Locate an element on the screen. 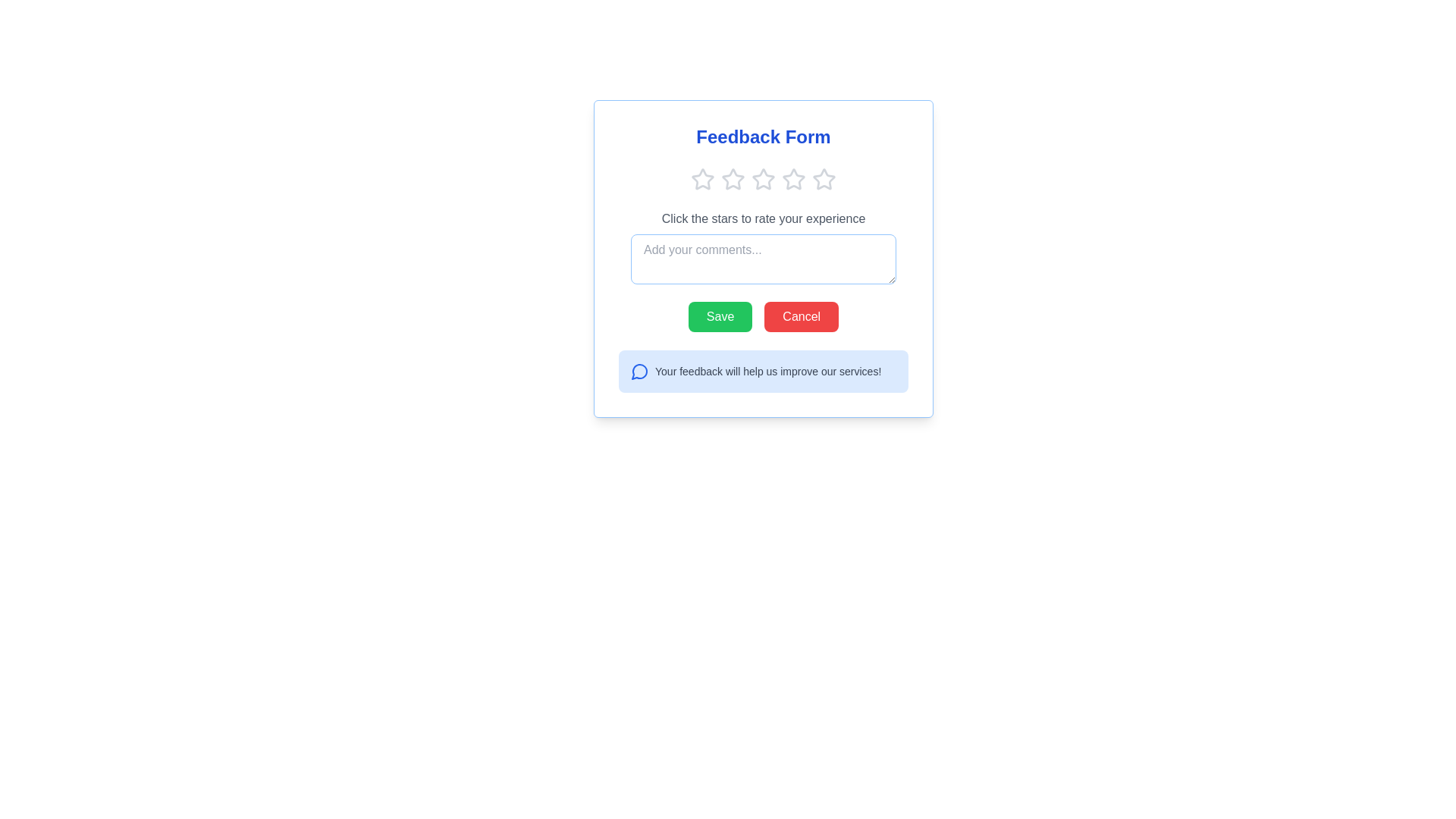  the first star icon is located at coordinates (701, 178).